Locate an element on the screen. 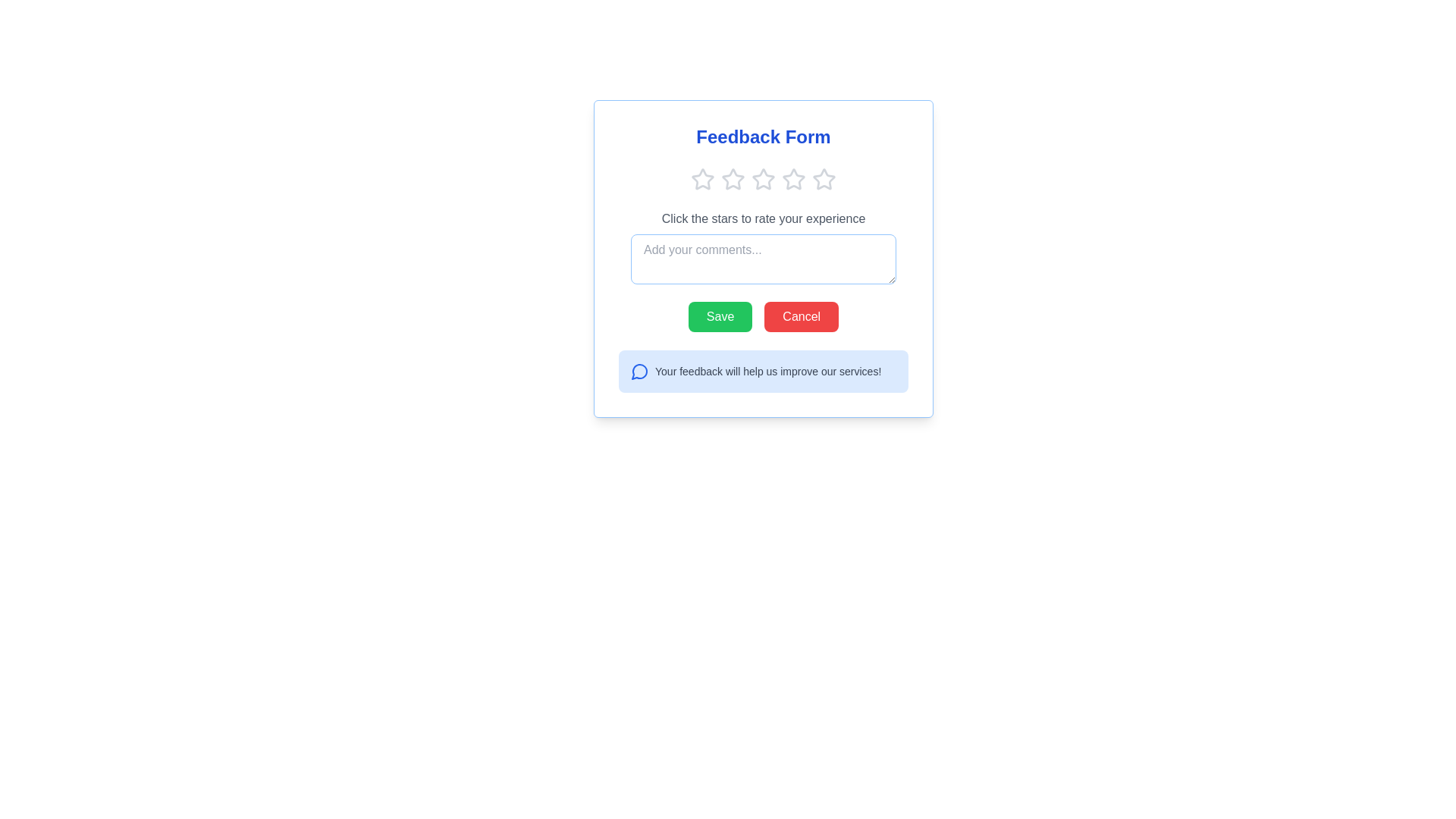  the first star icon is located at coordinates (701, 178).